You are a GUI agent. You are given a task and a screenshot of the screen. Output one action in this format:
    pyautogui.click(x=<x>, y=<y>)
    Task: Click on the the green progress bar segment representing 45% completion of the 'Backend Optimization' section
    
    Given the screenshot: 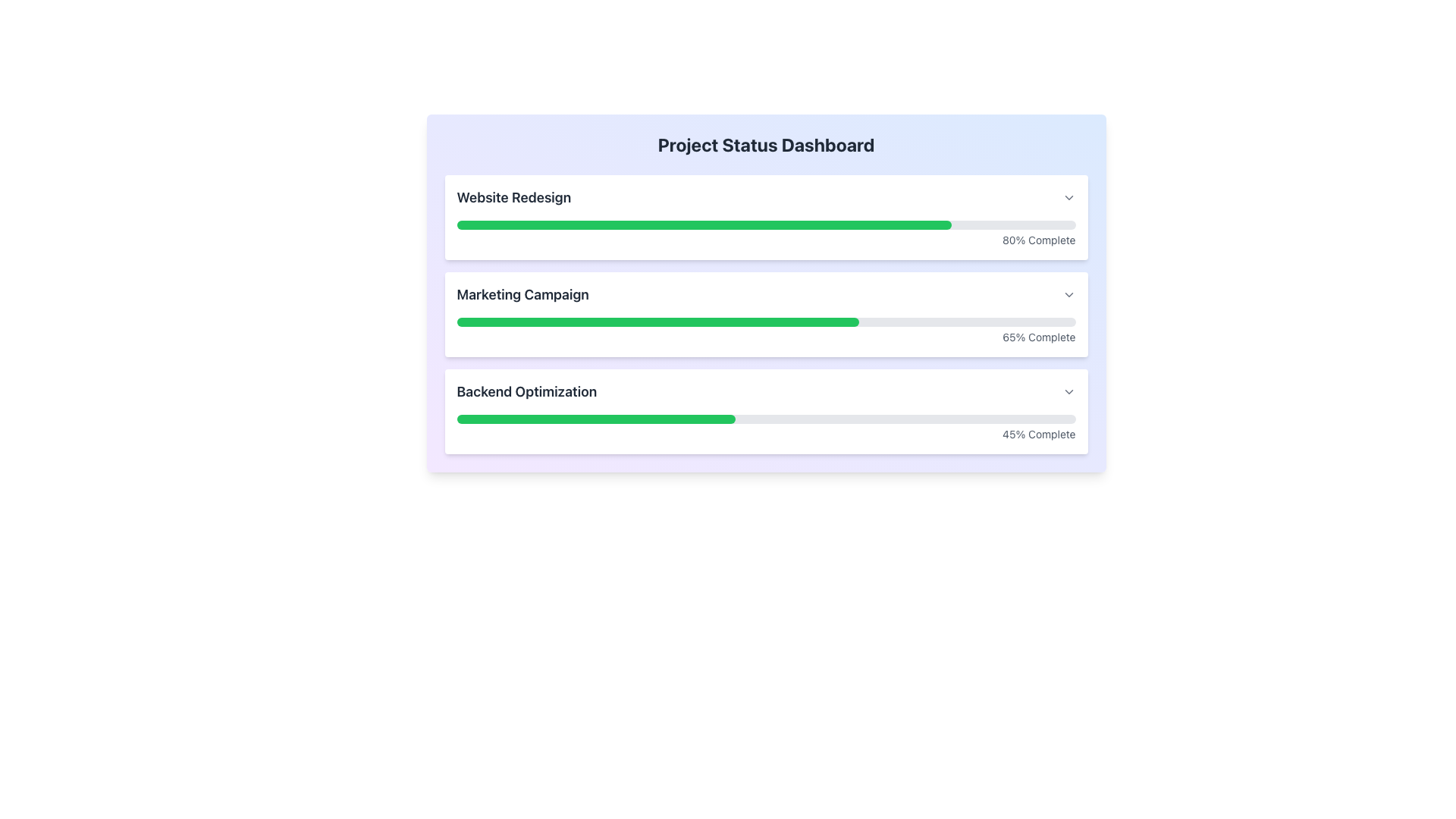 What is the action you would take?
    pyautogui.click(x=595, y=419)
    